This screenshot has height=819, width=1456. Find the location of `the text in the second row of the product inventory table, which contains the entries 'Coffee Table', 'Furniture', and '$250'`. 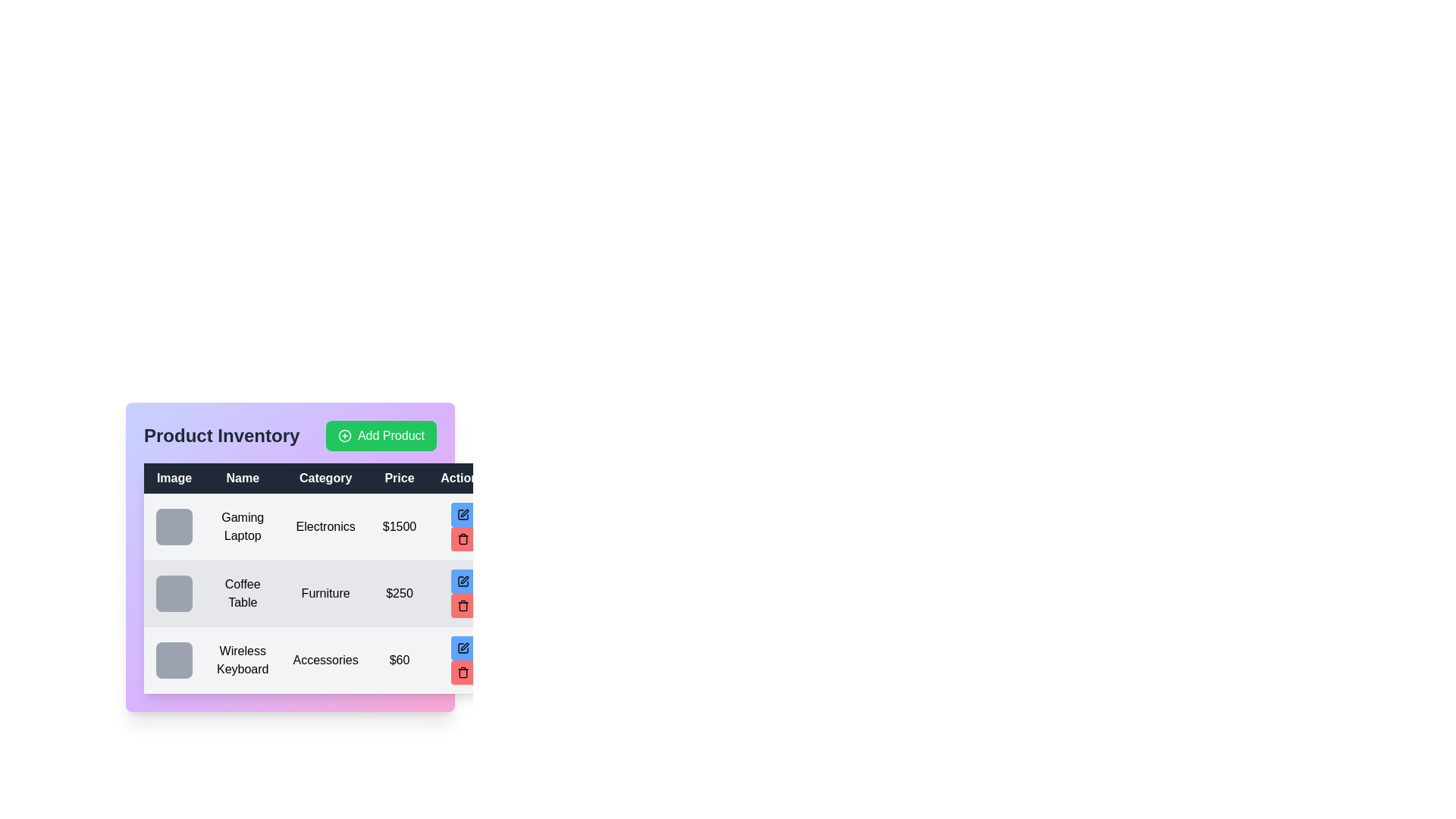

the text in the second row of the product inventory table, which contains the entries 'Coffee Table', 'Furniture', and '$250' is located at coordinates (319, 593).